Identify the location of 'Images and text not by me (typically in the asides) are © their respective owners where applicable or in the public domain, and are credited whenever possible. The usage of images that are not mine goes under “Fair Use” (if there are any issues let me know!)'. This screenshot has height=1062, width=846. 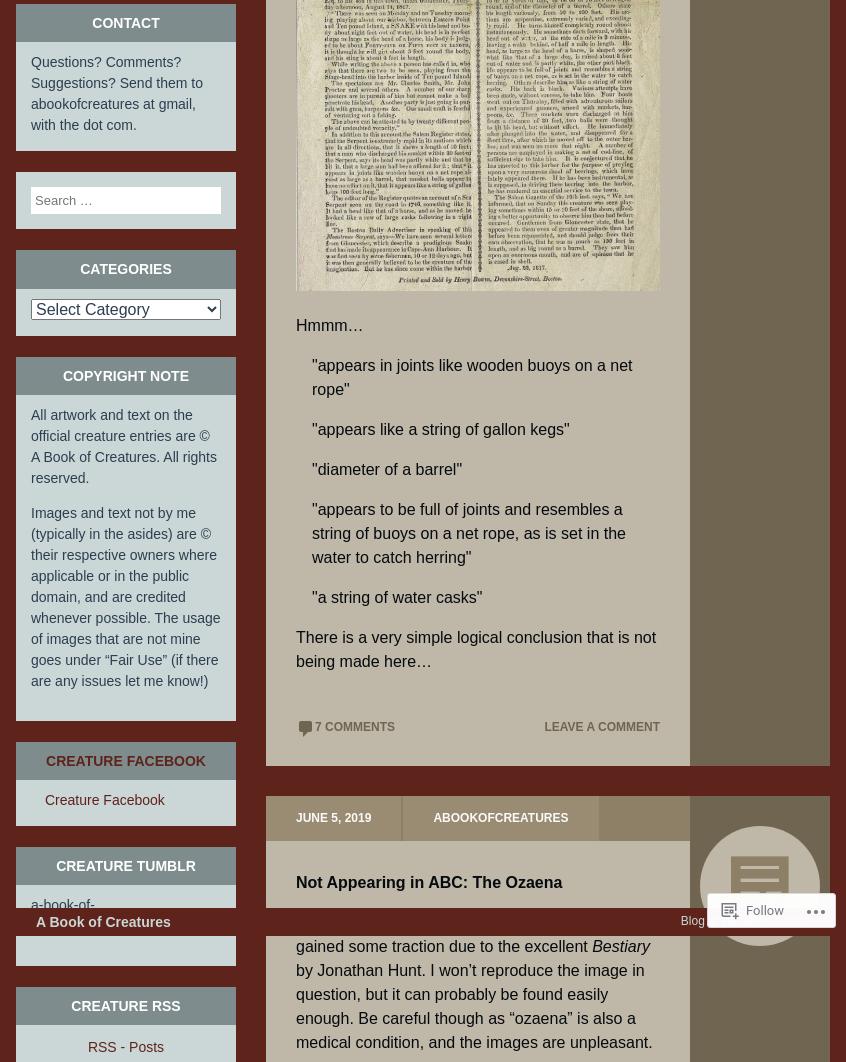
(125, 595).